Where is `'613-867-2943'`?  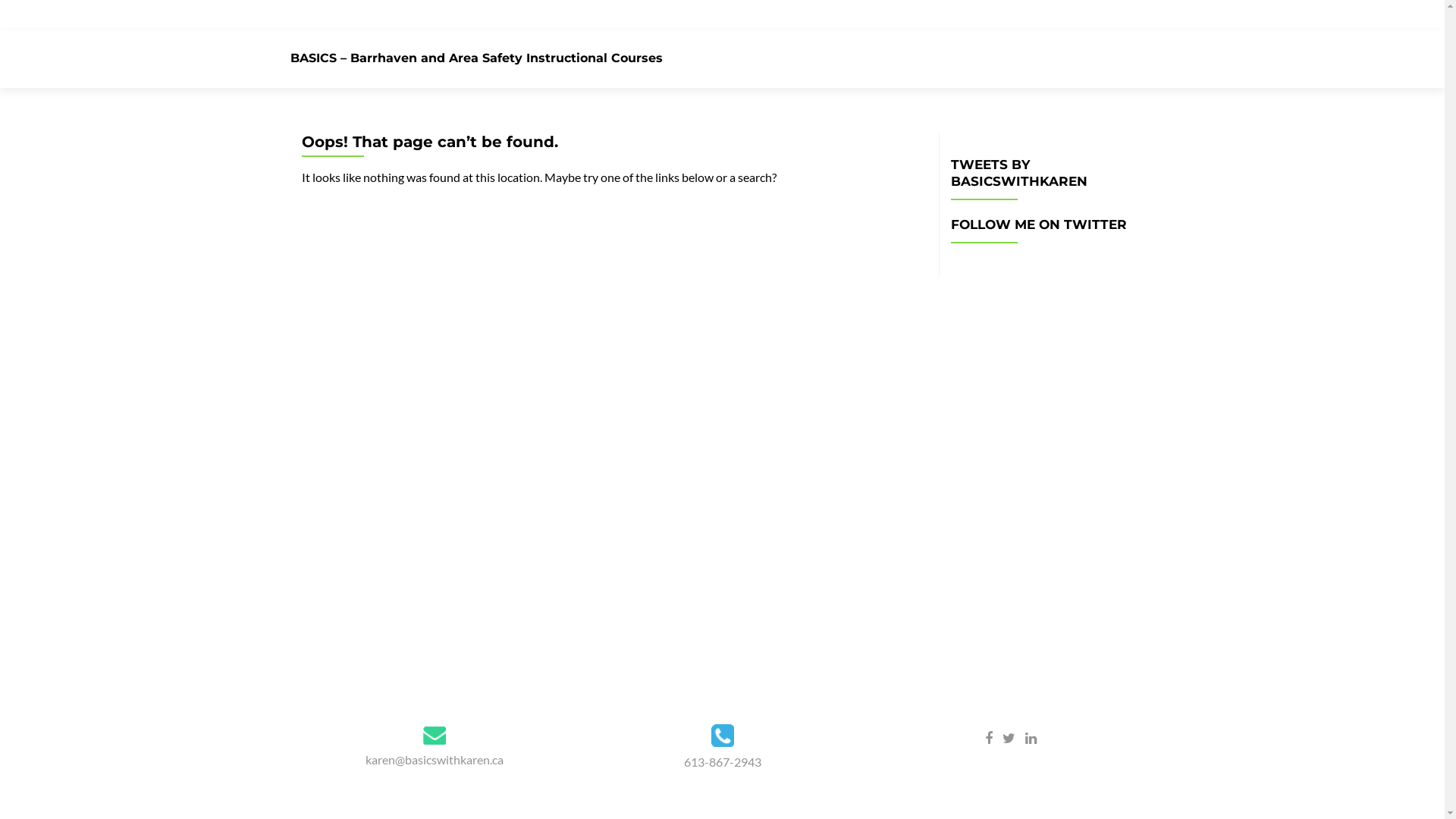 '613-867-2943' is located at coordinates (683, 761).